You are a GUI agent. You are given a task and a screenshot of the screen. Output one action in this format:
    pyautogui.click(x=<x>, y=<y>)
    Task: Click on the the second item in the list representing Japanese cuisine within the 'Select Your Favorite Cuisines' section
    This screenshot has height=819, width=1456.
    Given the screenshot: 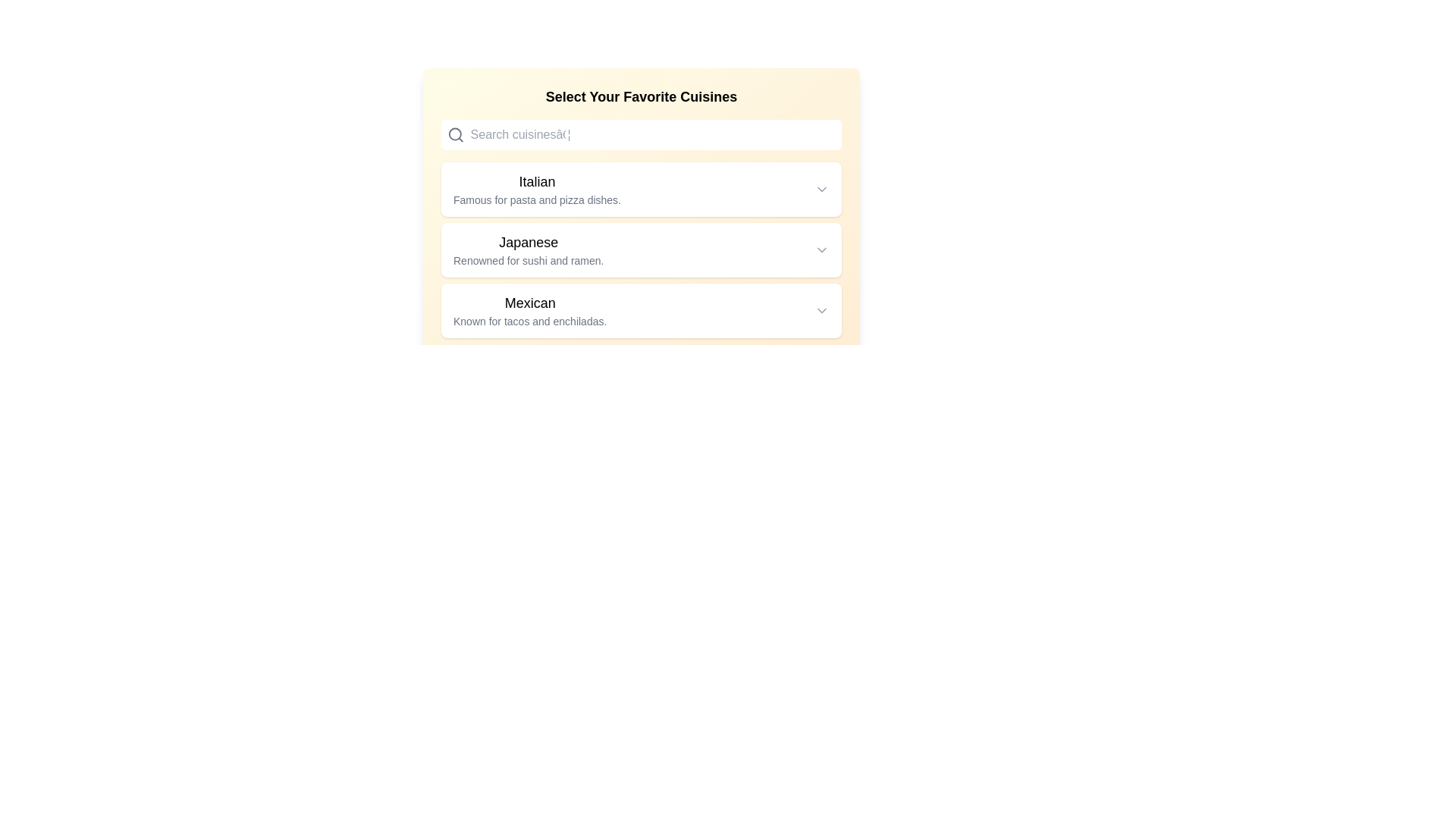 What is the action you would take?
    pyautogui.click(x=641, y=249)
    